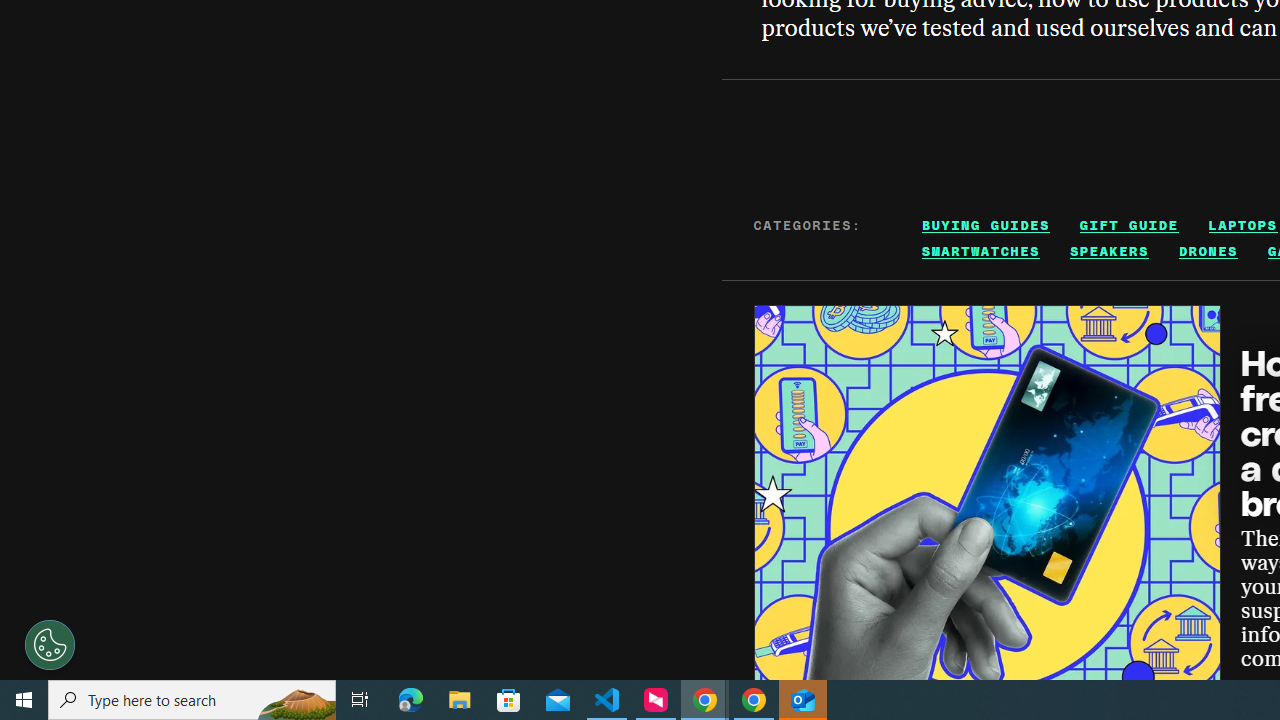 This screenshot has height=720, width=1280. What do you see at coordinates (986, 225) in the screenshot?
I see `'BUYING GUIDES'` at bounding box center [986, 225].